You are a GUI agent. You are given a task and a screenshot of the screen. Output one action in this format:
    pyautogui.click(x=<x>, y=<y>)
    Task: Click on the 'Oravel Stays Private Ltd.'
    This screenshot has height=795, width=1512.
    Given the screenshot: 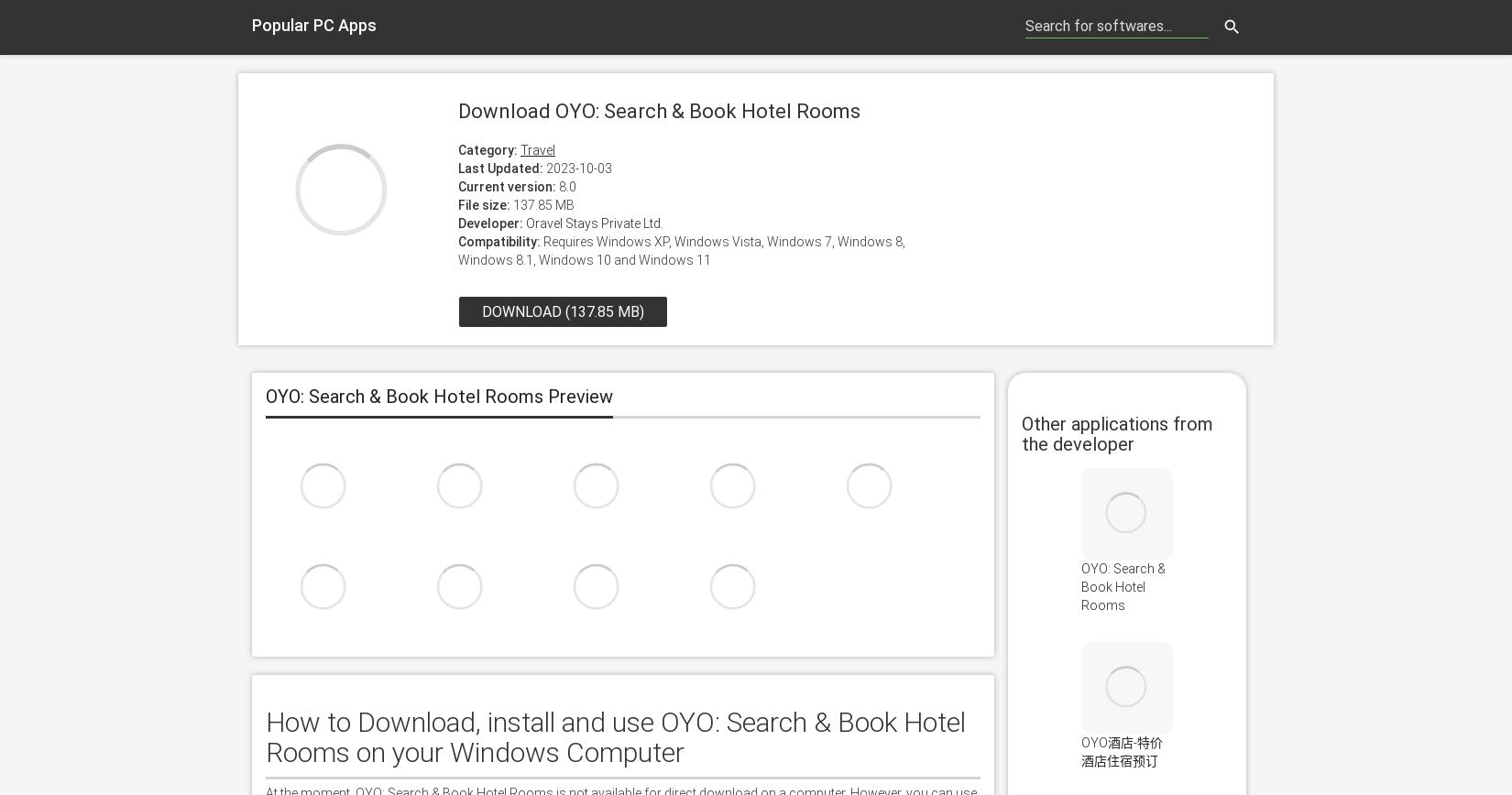 What is the action you would take?
    pyautogui.click(x=593, y=222)
    